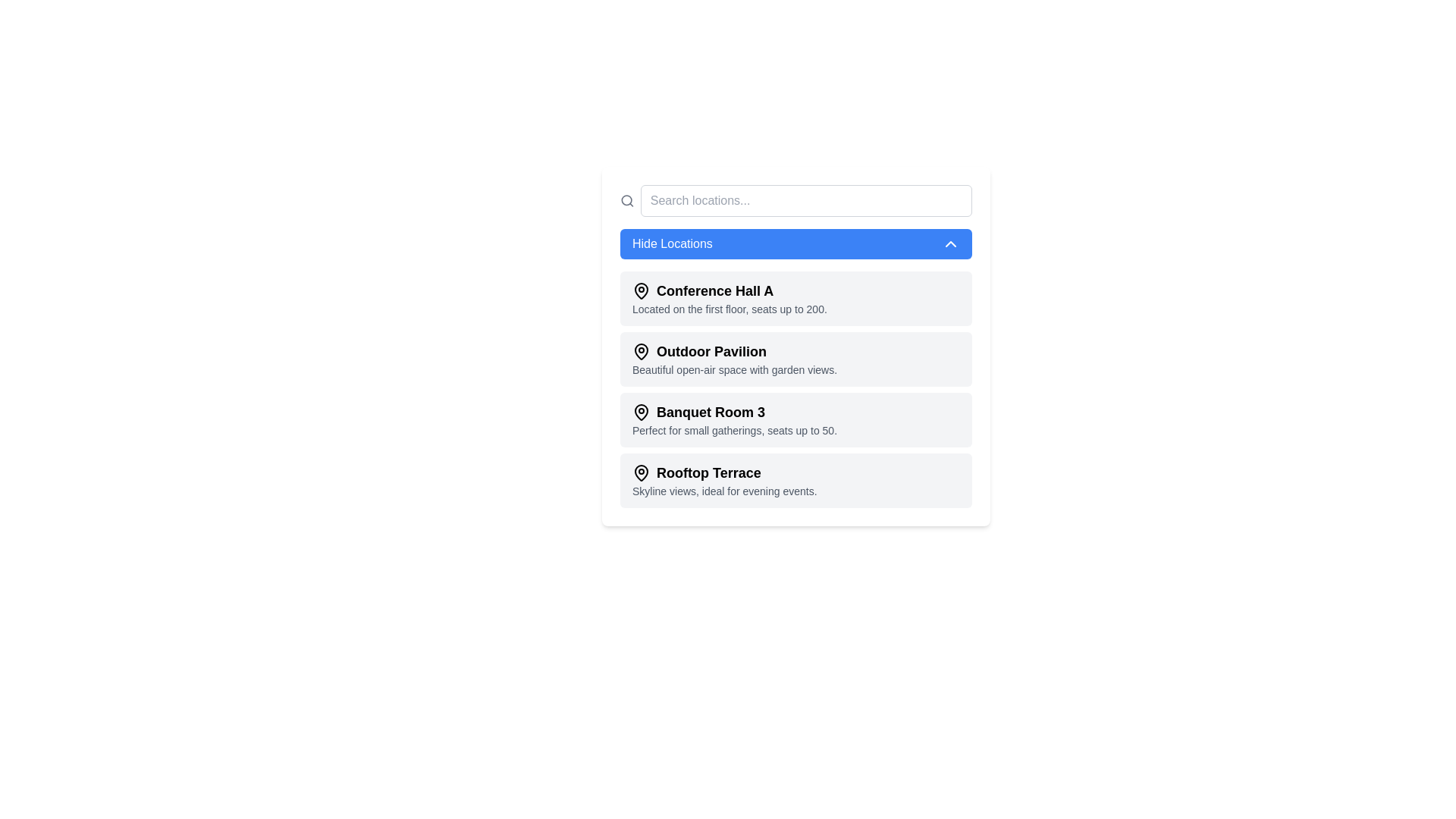  I want to click on to select the location item labeled 'Rooftop Terrace' with accompanying map pin icon, positioned as the fourth item in the vertical list of location options, so click(723, 480).